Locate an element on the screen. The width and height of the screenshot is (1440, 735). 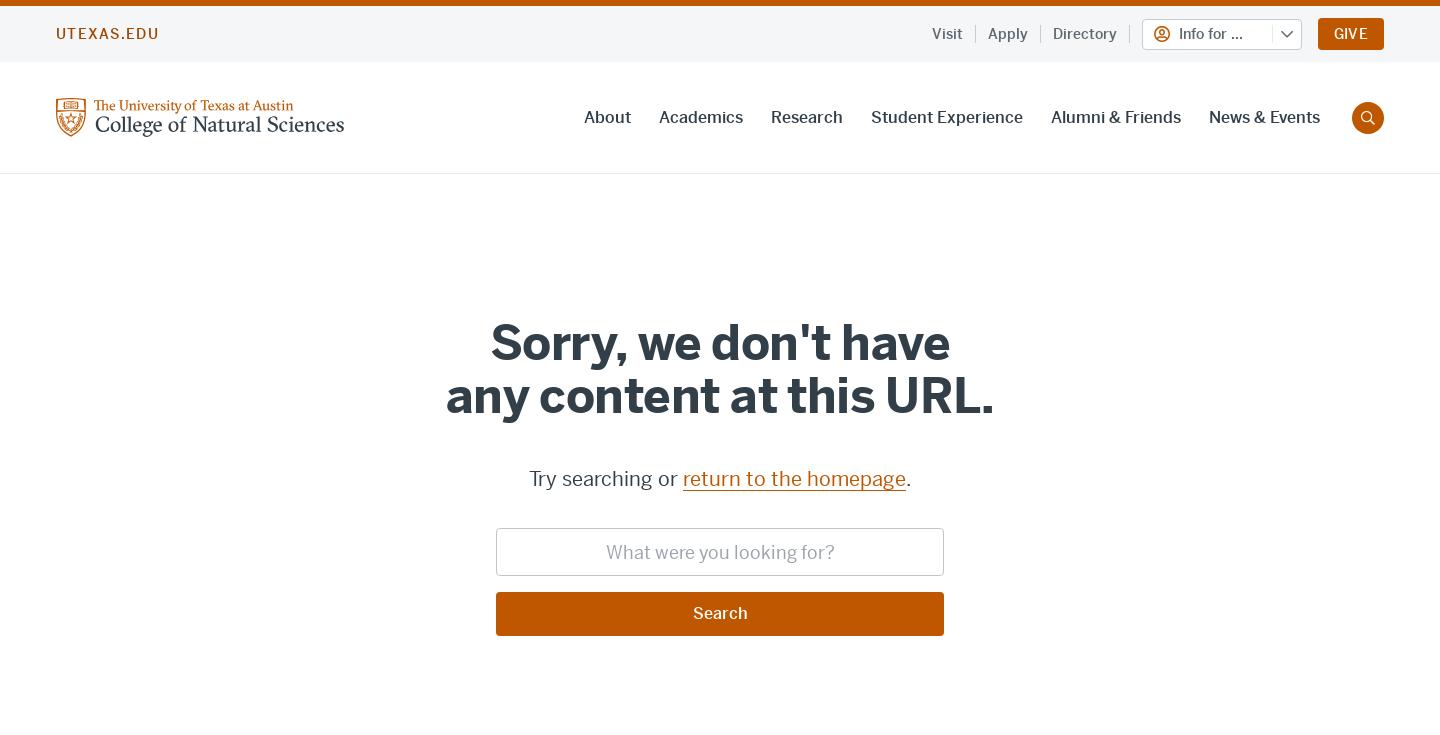
'any content at this URL.' is located at coordinates (719, 395).